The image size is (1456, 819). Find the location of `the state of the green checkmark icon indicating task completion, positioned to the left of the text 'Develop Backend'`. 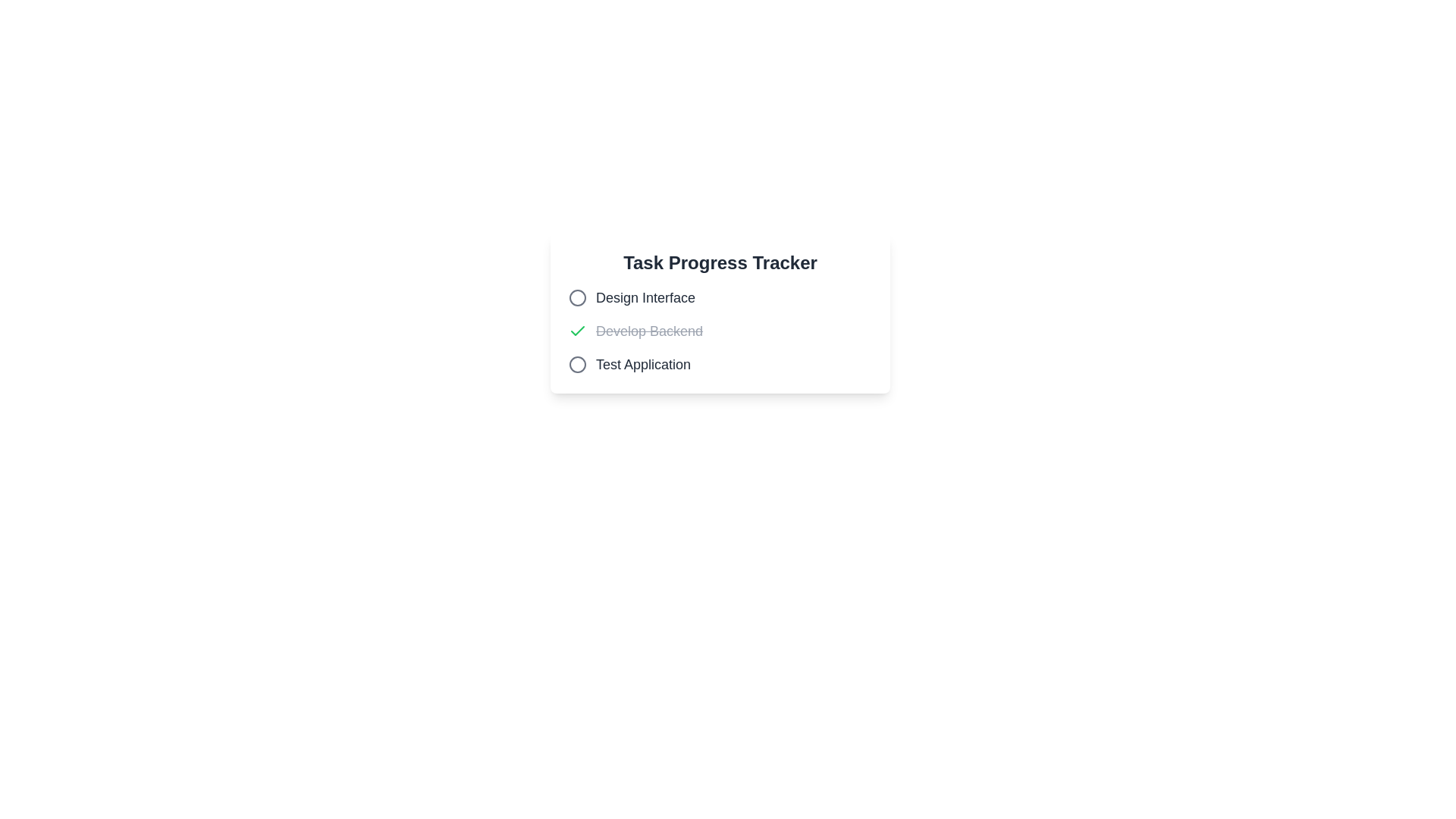

the state of the green checkmark icon indicating task completion, positioned to the left of the text 'Develop Backend' is located at coordinates (577, 330).